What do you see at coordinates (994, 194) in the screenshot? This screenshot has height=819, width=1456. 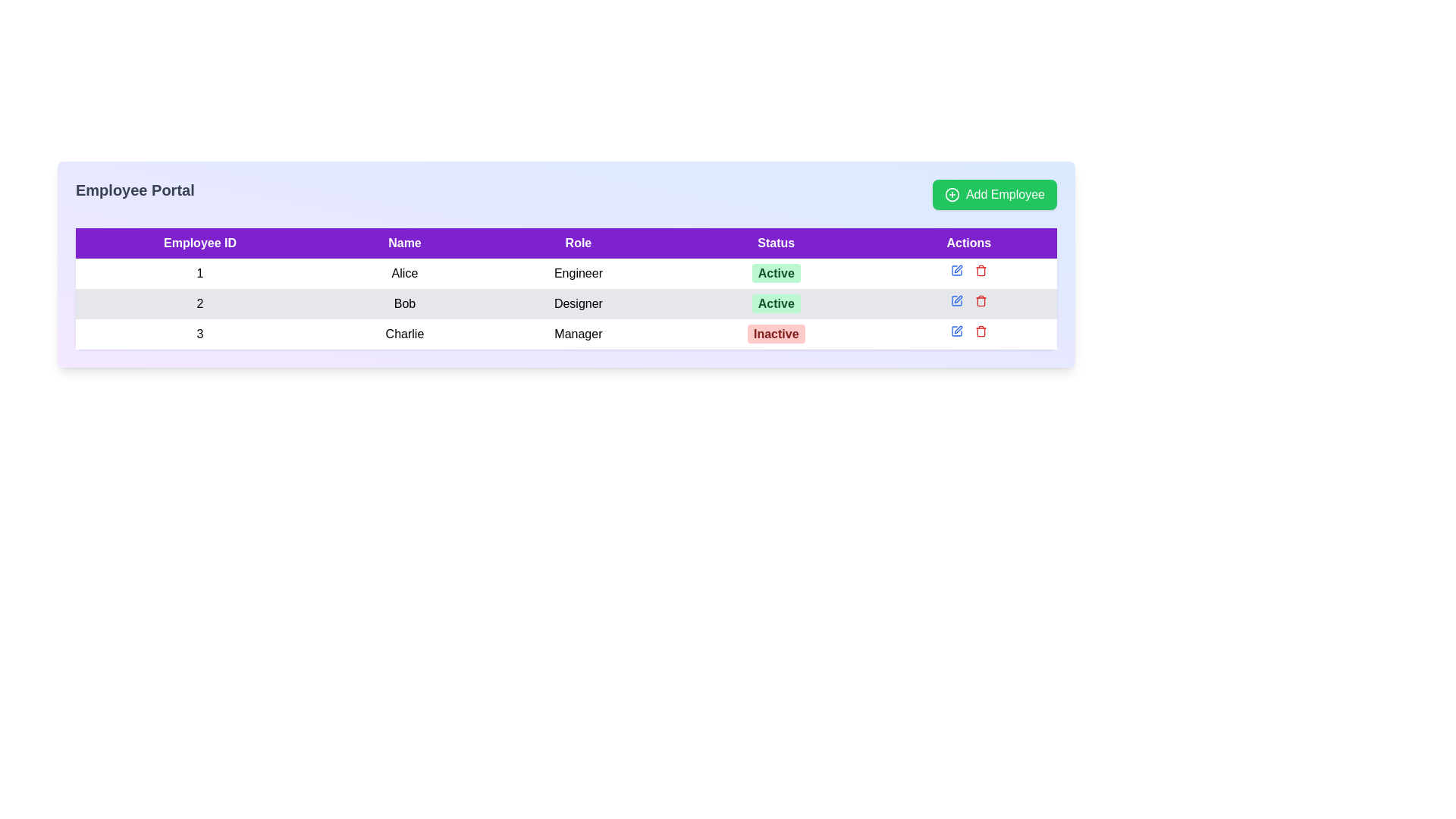 I see `the 'Add Employee' button located on the right side of the header section, aligned with the title 'Employee Portal', to initiate the action for adding an employee` at bounding box center [994, 194].